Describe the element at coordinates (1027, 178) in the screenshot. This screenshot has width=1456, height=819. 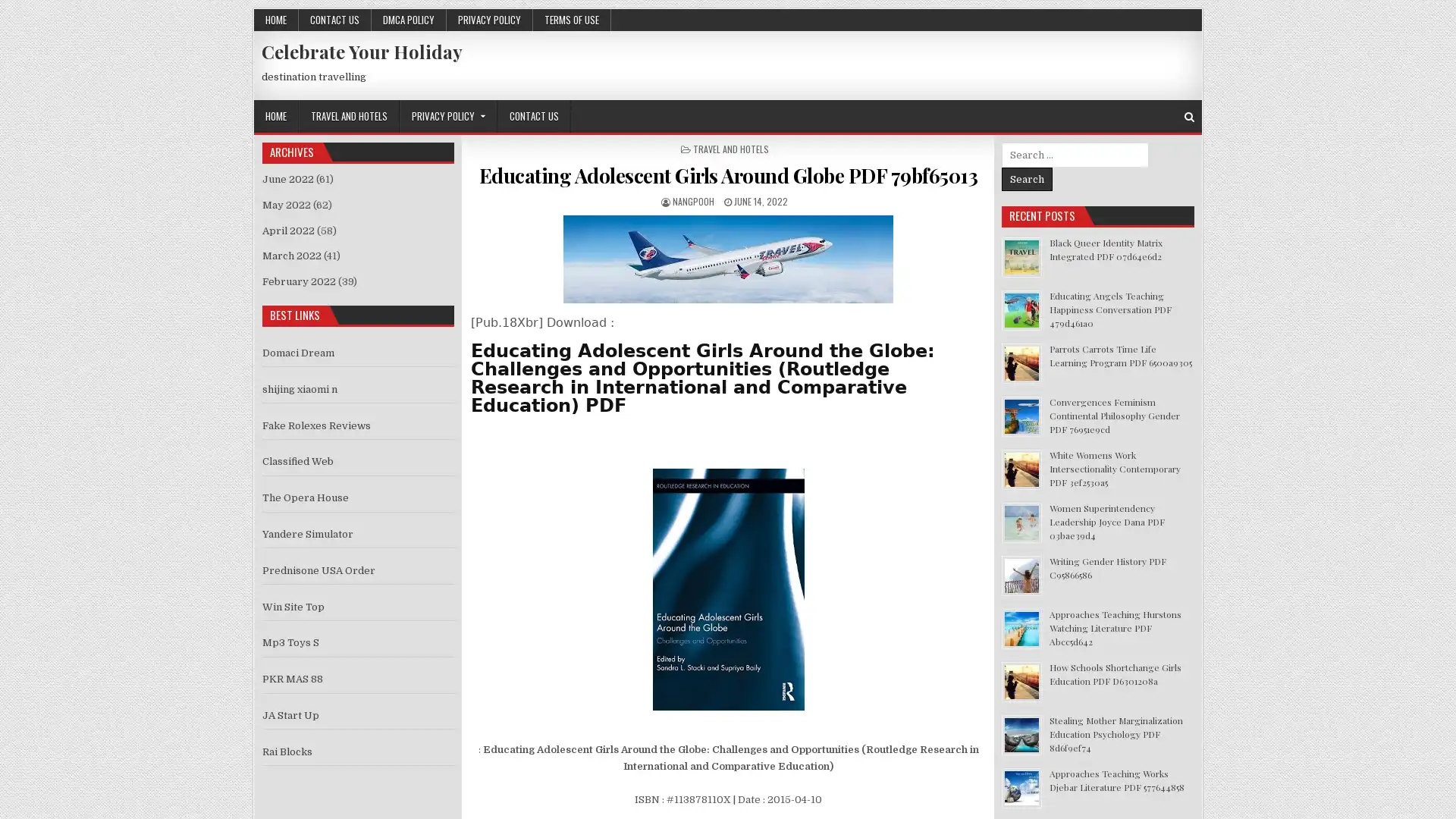
I see `Search` at that location.